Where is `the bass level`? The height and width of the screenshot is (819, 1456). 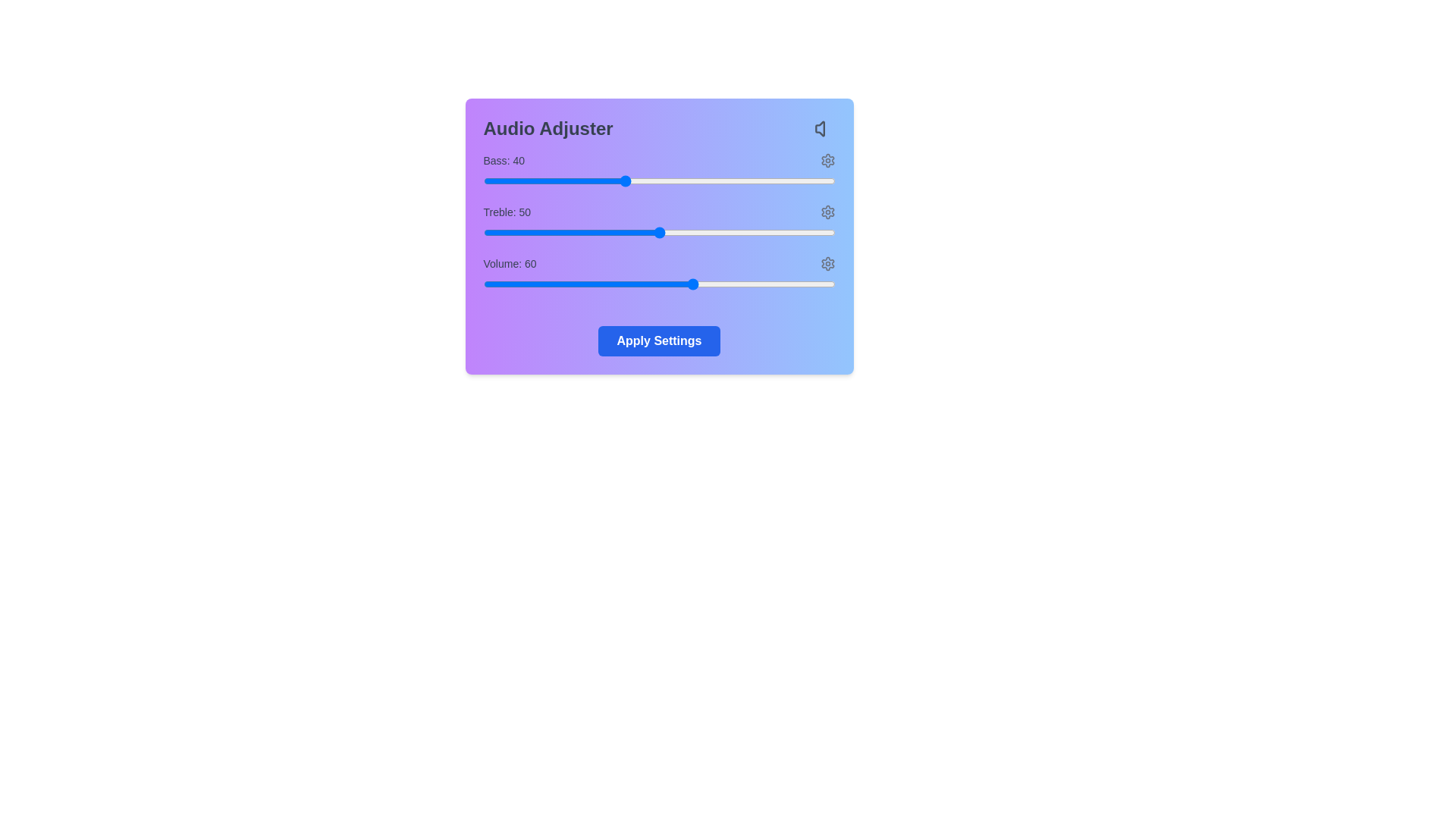
the bass level is located at coordinates (701, 180).